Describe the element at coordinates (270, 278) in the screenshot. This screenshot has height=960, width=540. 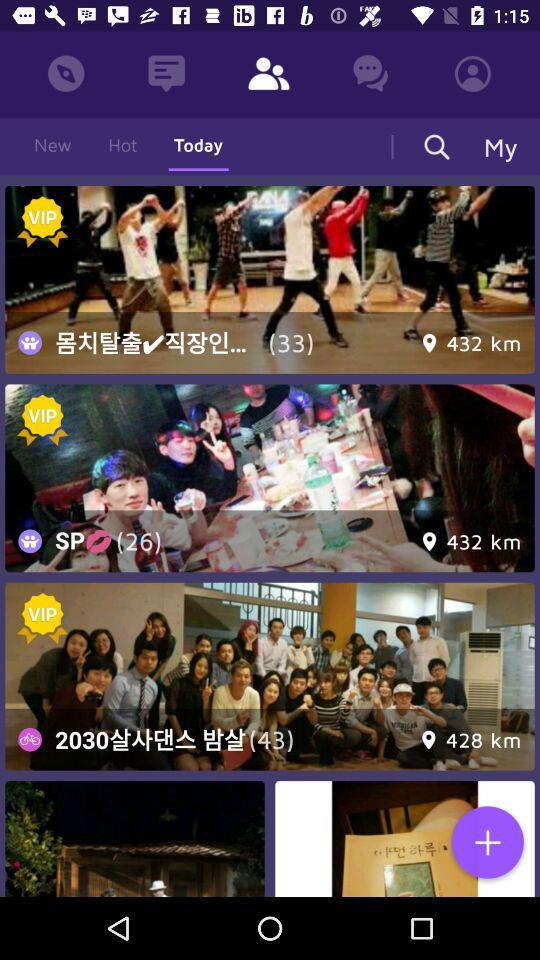
I see `choose the image` at that location.